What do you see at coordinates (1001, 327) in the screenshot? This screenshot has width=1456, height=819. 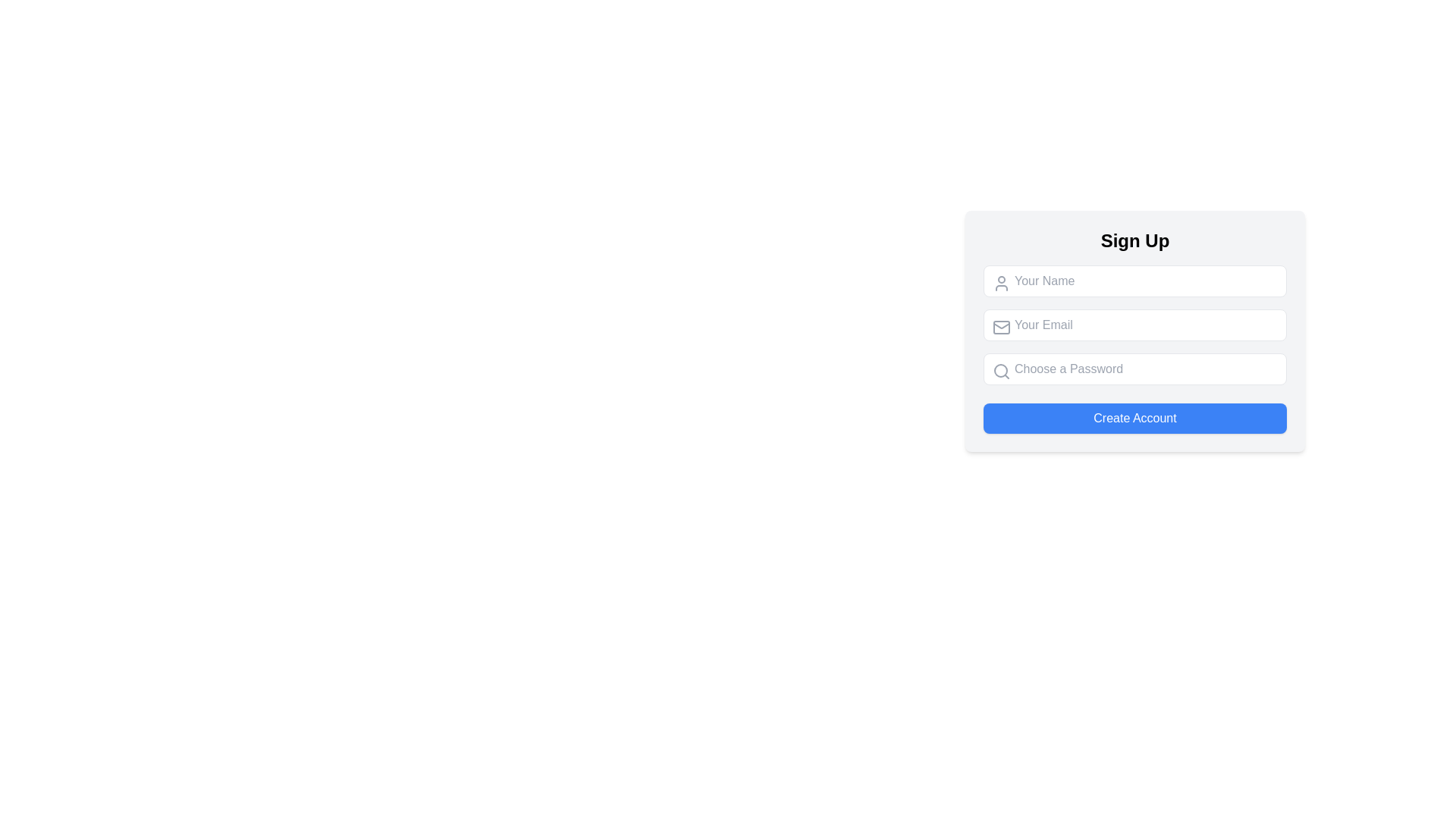 I see `the email icon represented as an envelope, which is located to the left of the placeholder text 'Your Email' in the email input field` at bounding box center [1001, 327].